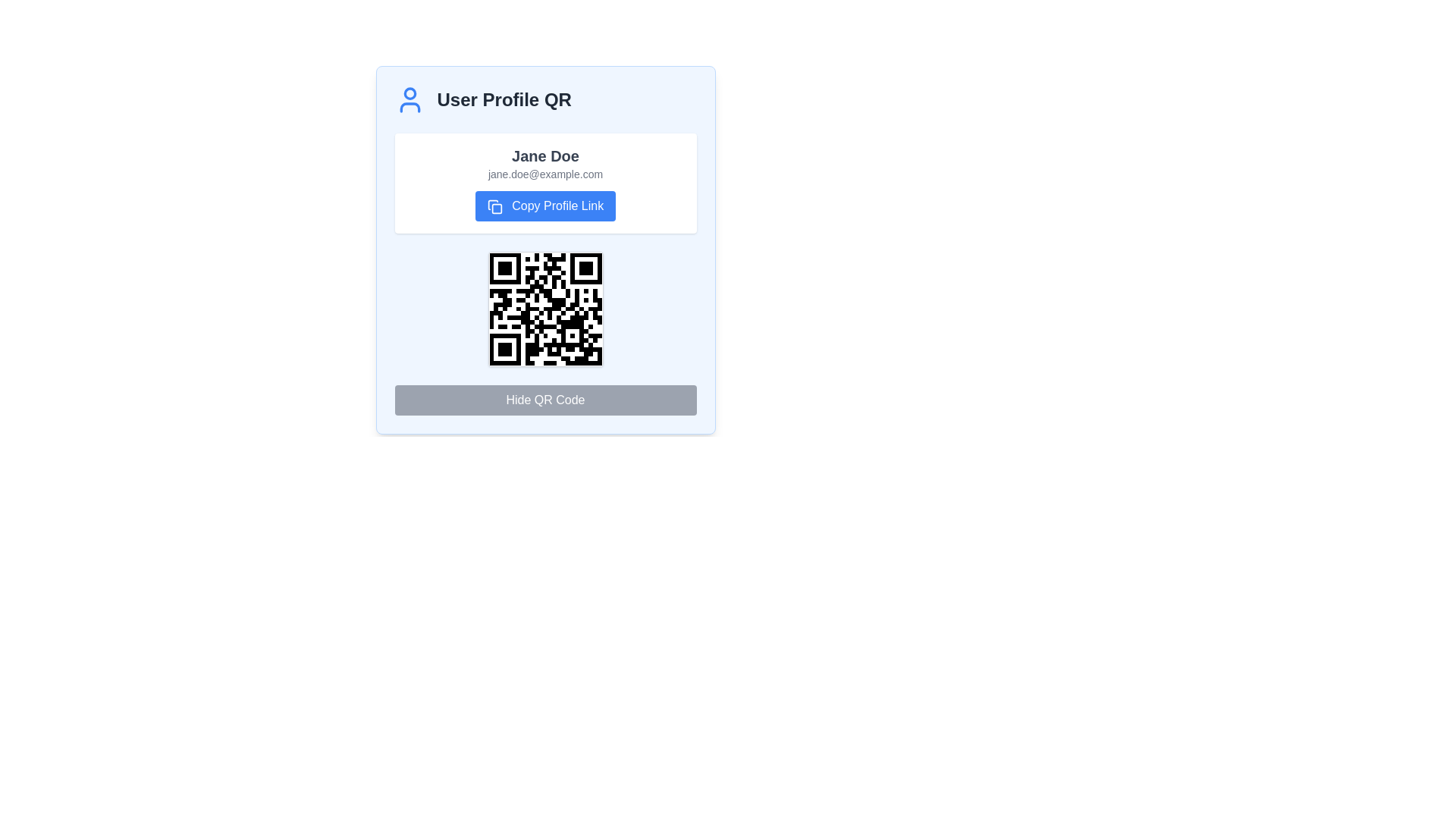 The image size is (1456, 819). What do you see at coordinates (494, 206) in the screenshot?
I see `the SVG icon that visually represents the action of copying a profile link, located inside the blue button labeled 'Copy Profile Link'` at bounding box center [494, 206].